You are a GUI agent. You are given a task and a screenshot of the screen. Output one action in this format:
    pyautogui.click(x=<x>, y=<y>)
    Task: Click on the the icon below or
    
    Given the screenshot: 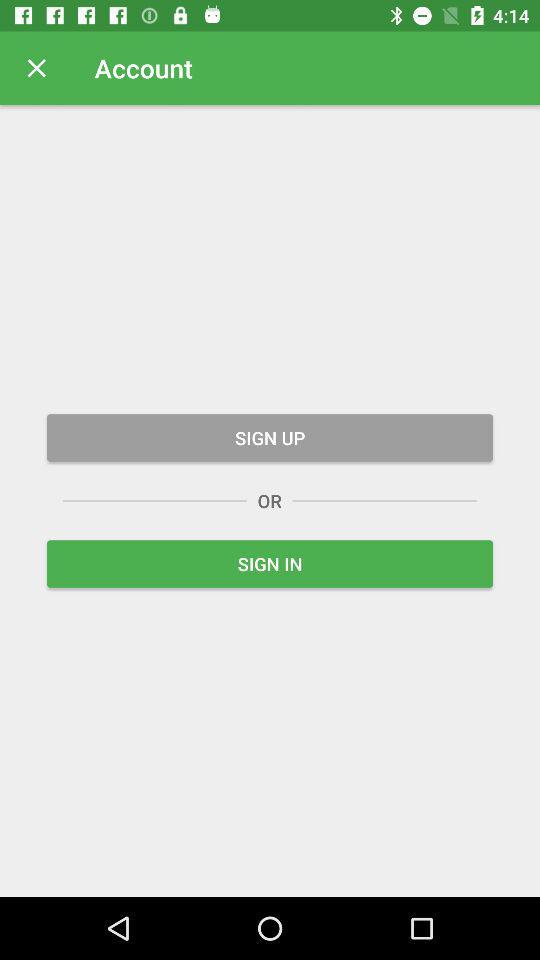 What is the action you would take?
    pyautogui.click(x=270, y=564)
    